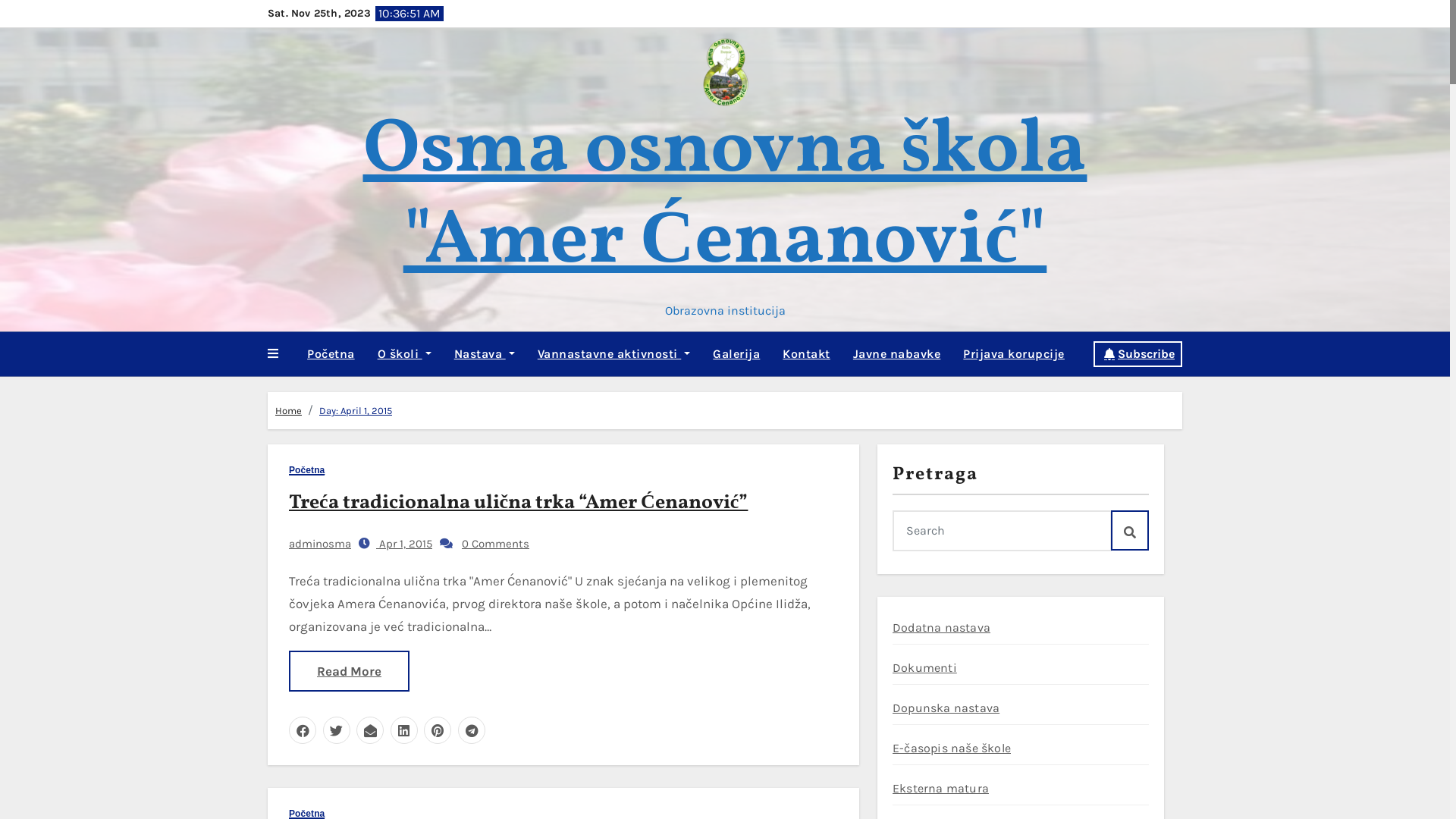 The width and height of the screenshot is (1456, 819). Describe the element at coordinates (736, 353) in the screenshot. I see `'Galerija'` at that location.